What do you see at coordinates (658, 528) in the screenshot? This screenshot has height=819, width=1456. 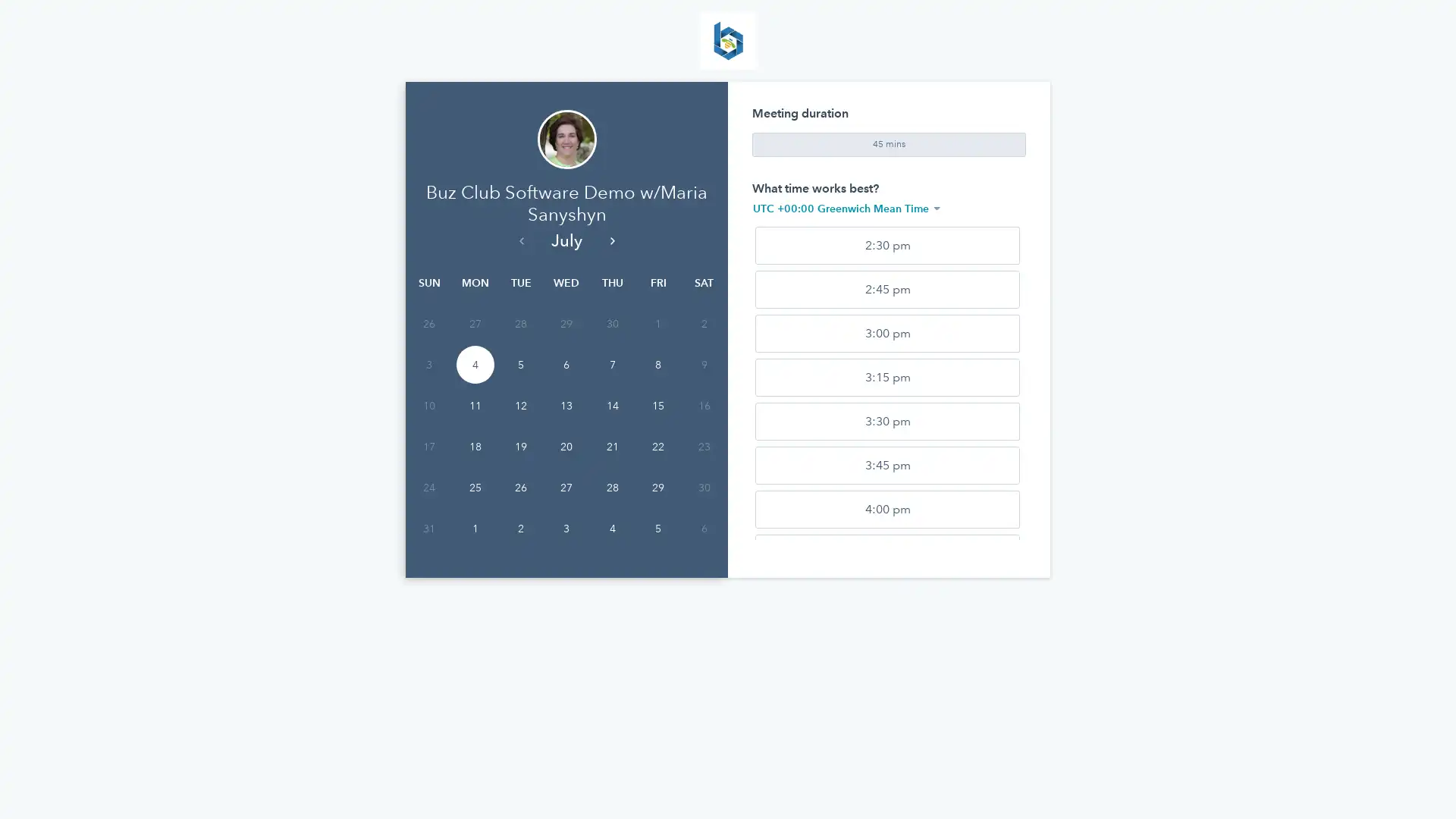 I see `August 5th` at bounding box center [658, 528].